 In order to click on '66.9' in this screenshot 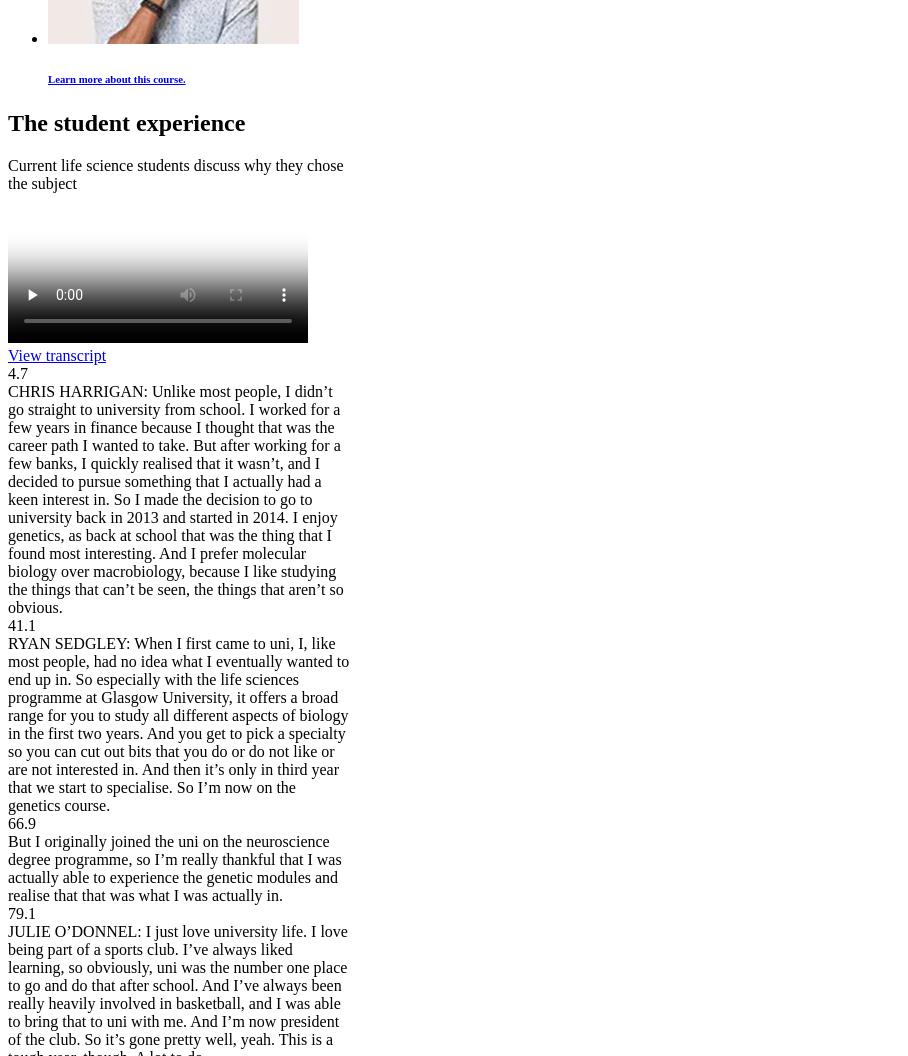, I will do `click(20, 823)`.